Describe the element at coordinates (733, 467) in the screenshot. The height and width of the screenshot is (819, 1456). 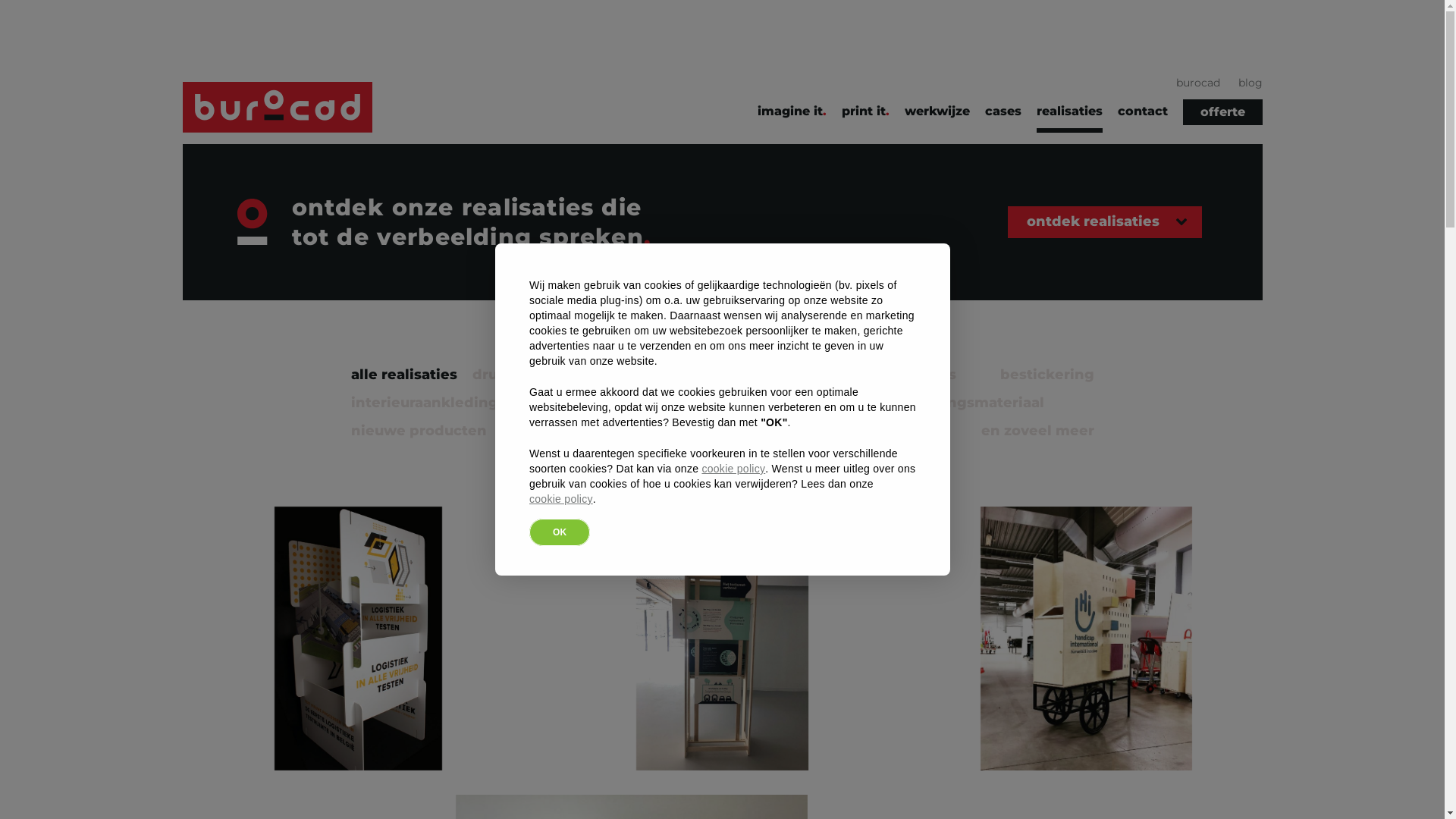
I see `'cookie policy'` at that location.